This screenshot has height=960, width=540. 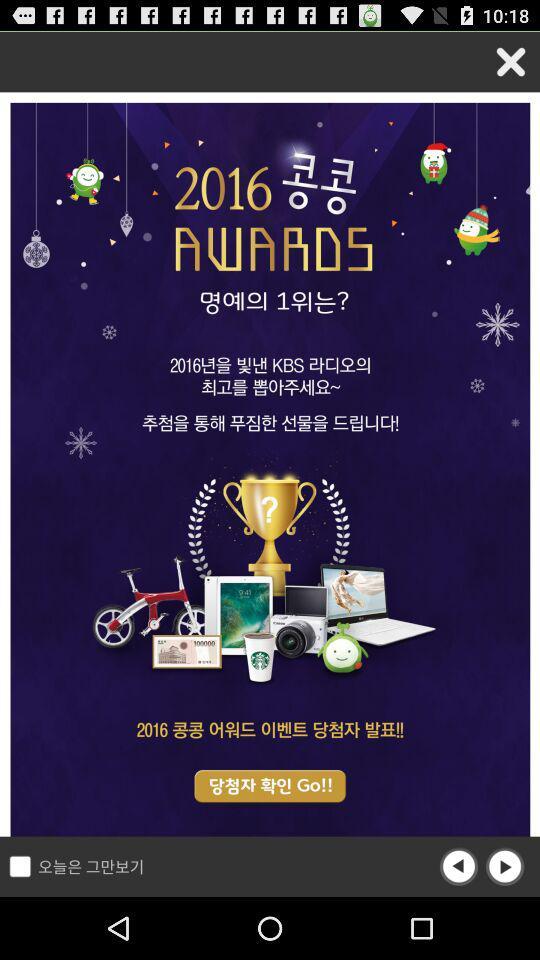 I want to click on the play icon, so click(x=504, y=927).